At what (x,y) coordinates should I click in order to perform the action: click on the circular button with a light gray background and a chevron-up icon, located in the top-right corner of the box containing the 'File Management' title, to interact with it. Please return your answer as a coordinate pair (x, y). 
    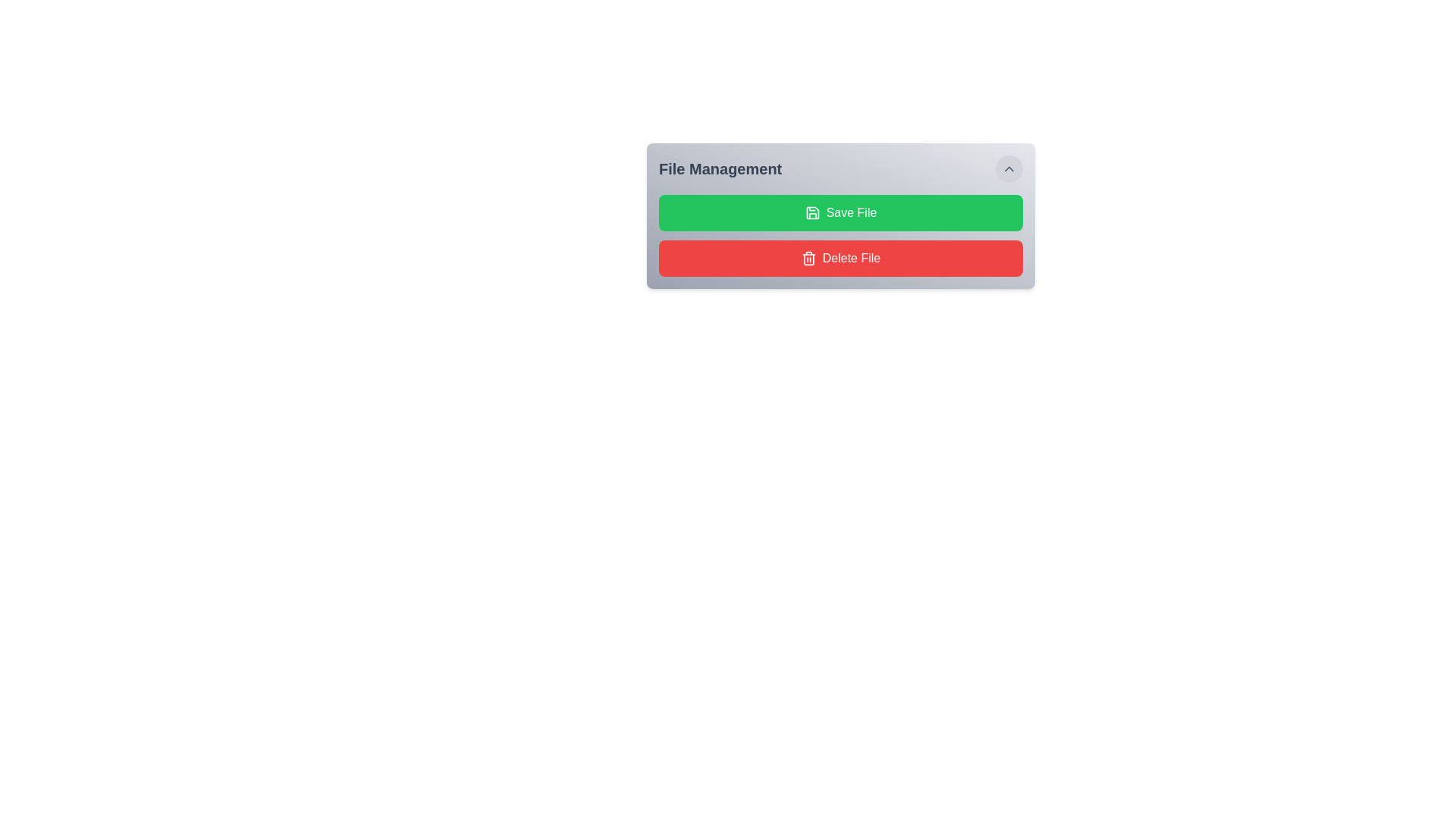
    Looking at the image, I should click on (1009, 169).